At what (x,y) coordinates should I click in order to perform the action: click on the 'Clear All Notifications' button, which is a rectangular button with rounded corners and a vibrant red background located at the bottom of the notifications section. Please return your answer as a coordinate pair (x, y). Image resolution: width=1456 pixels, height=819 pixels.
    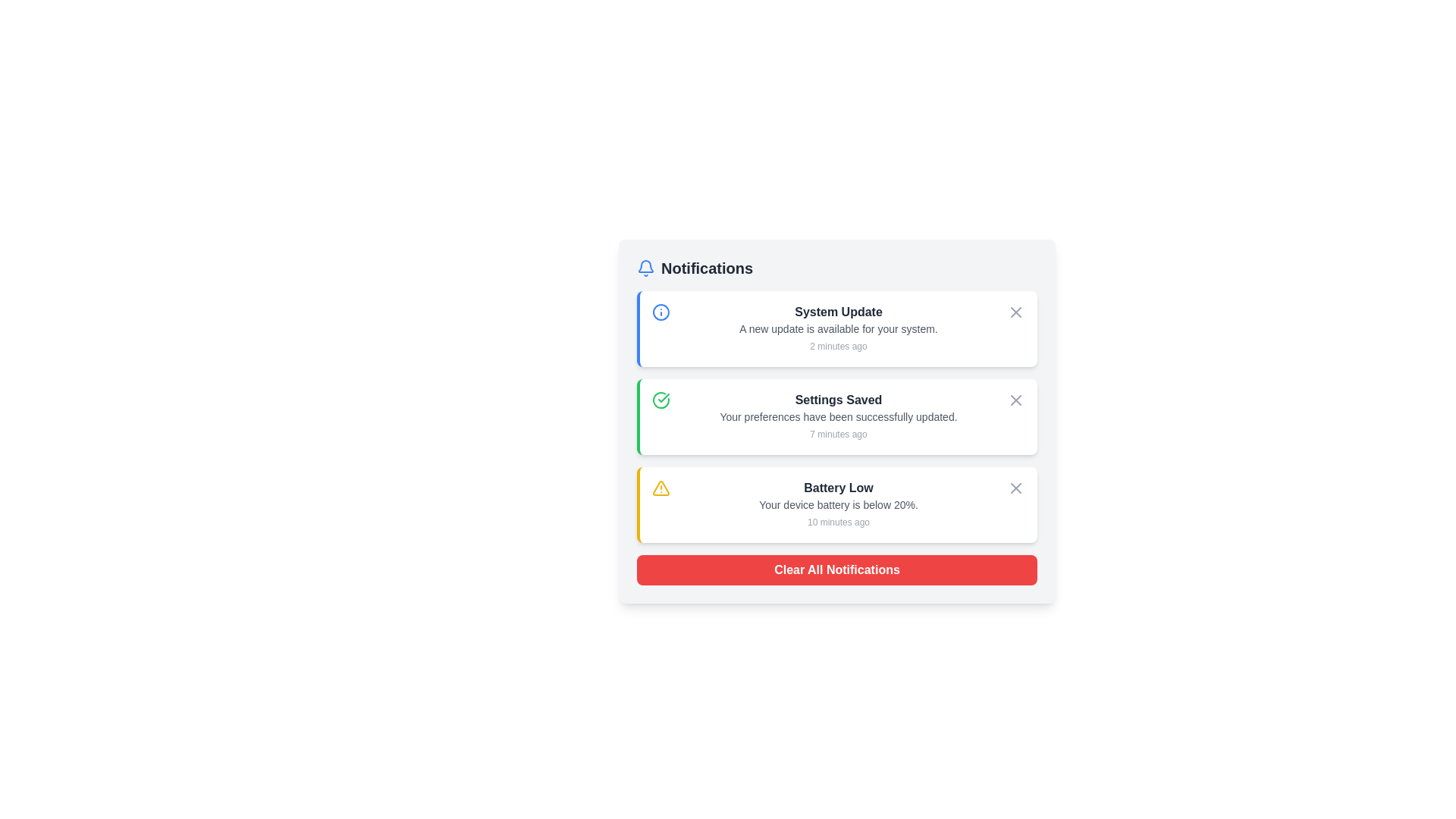
    Looking at the image, I should click on (836, 570).